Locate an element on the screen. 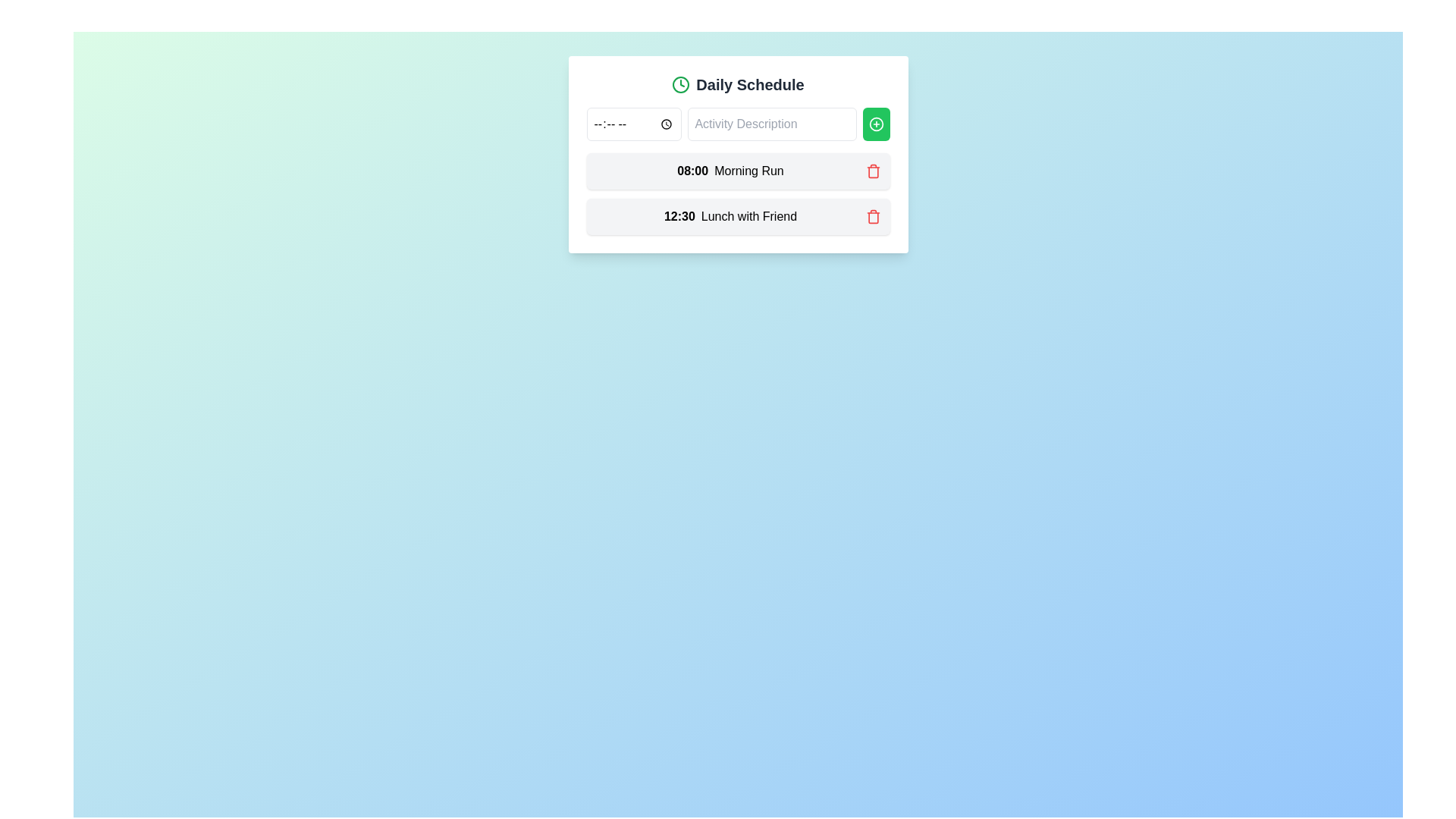 The width and height of the screenshot is (1456, 819). the delete icon button located on the right side of the row for the activity '08:00 Morning Run' is located at coordinates (873, 171).